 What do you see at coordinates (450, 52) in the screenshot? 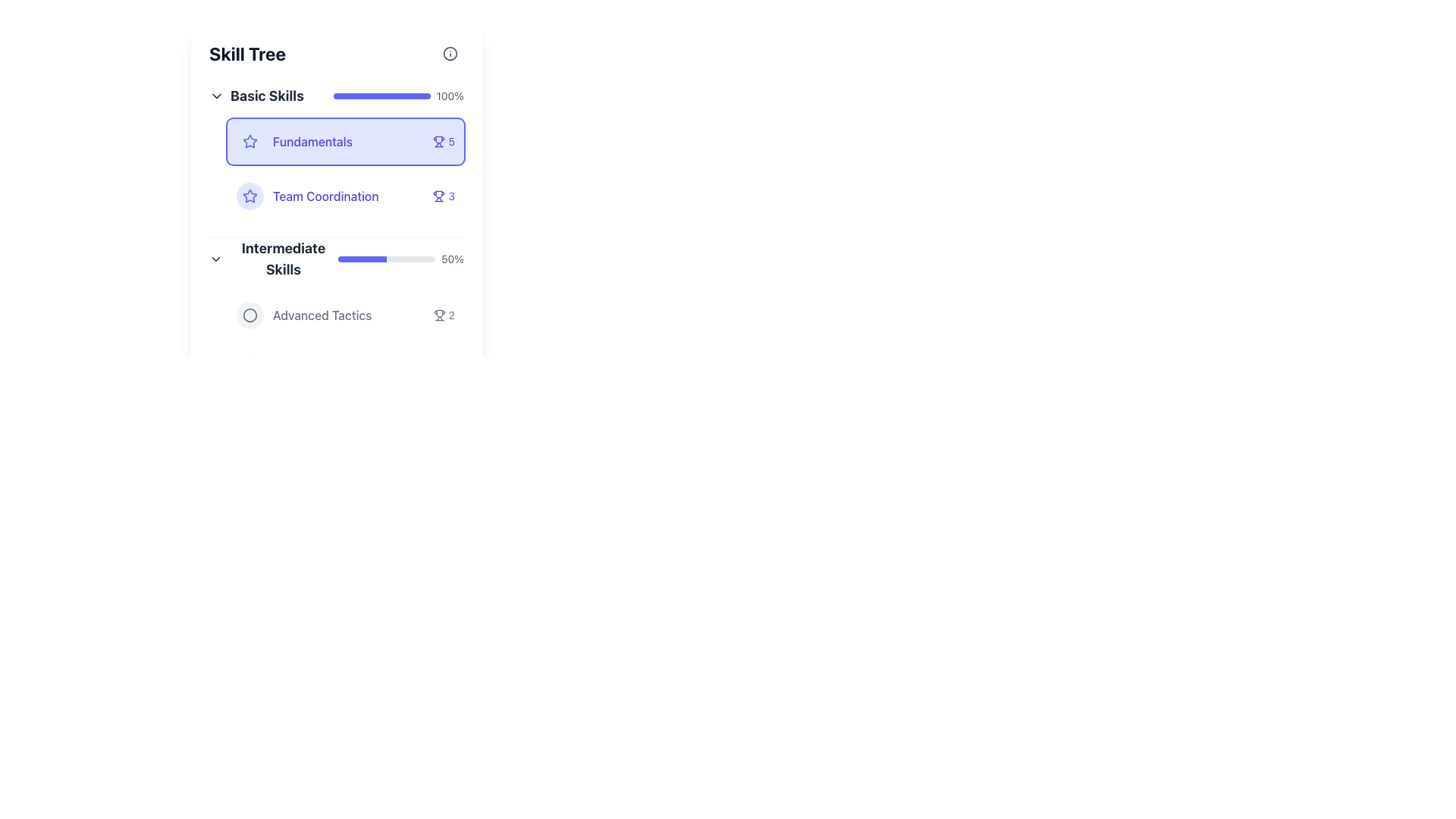
I see `the SVG circle graphical element that serves as part of an informational icon, located at the top-right corner of the interface` at bounding box center [450, 52].